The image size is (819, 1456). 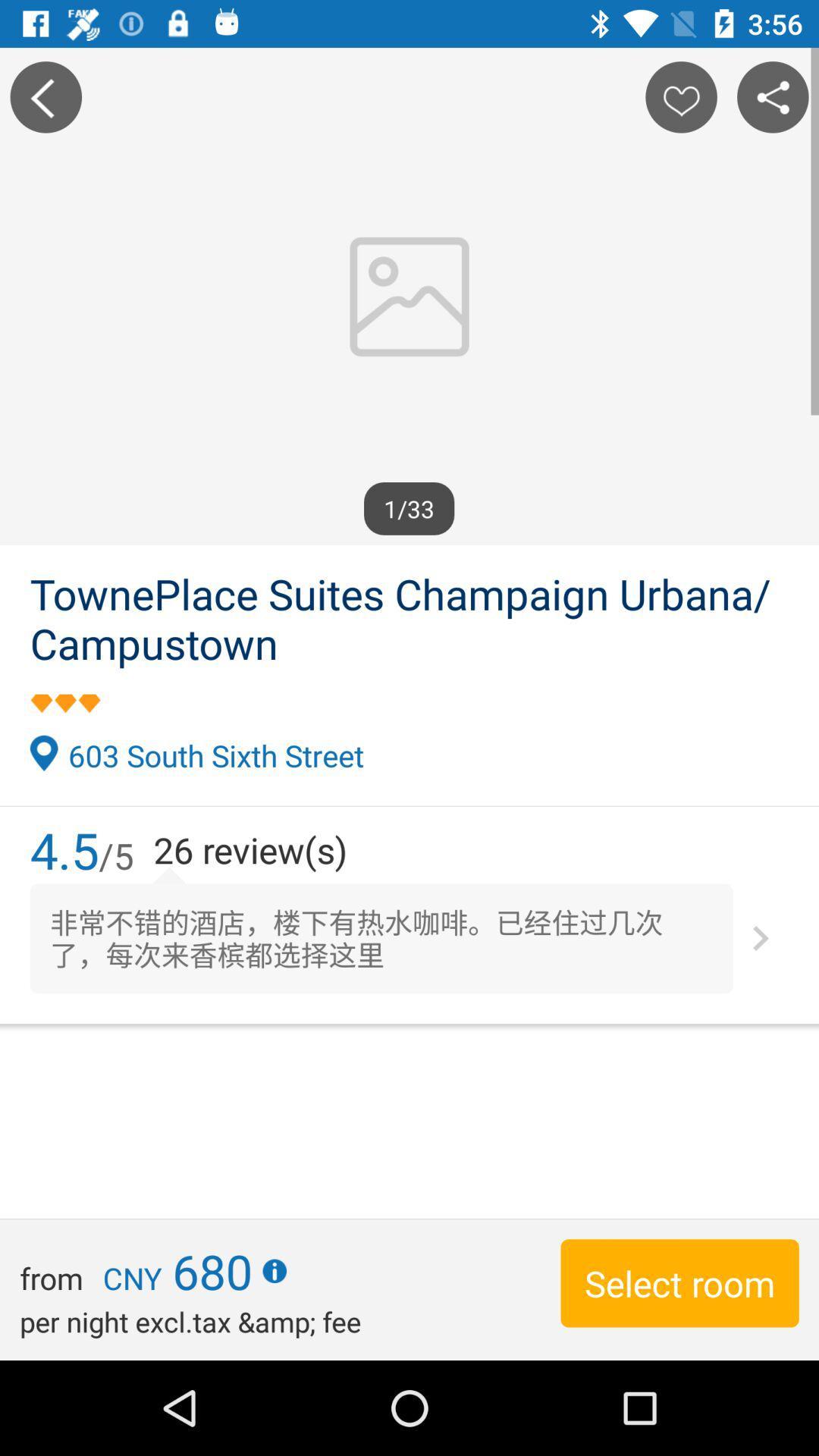 What do you see at coordinates (773, 96) in the screenshot?
I see `share` at bounding box center [773, 96].